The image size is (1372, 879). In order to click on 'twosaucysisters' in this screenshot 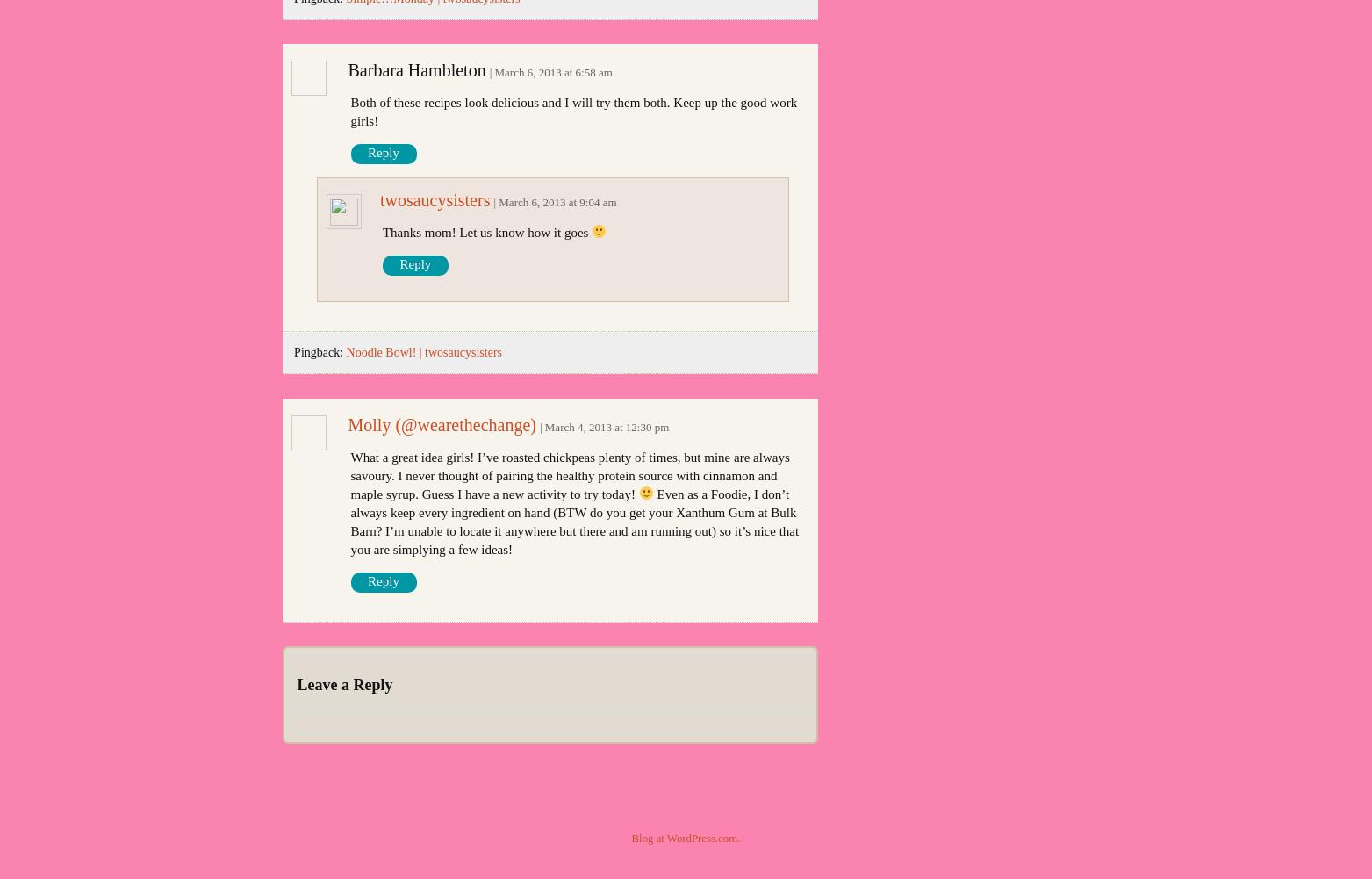, I will do `click(379, 198)`.